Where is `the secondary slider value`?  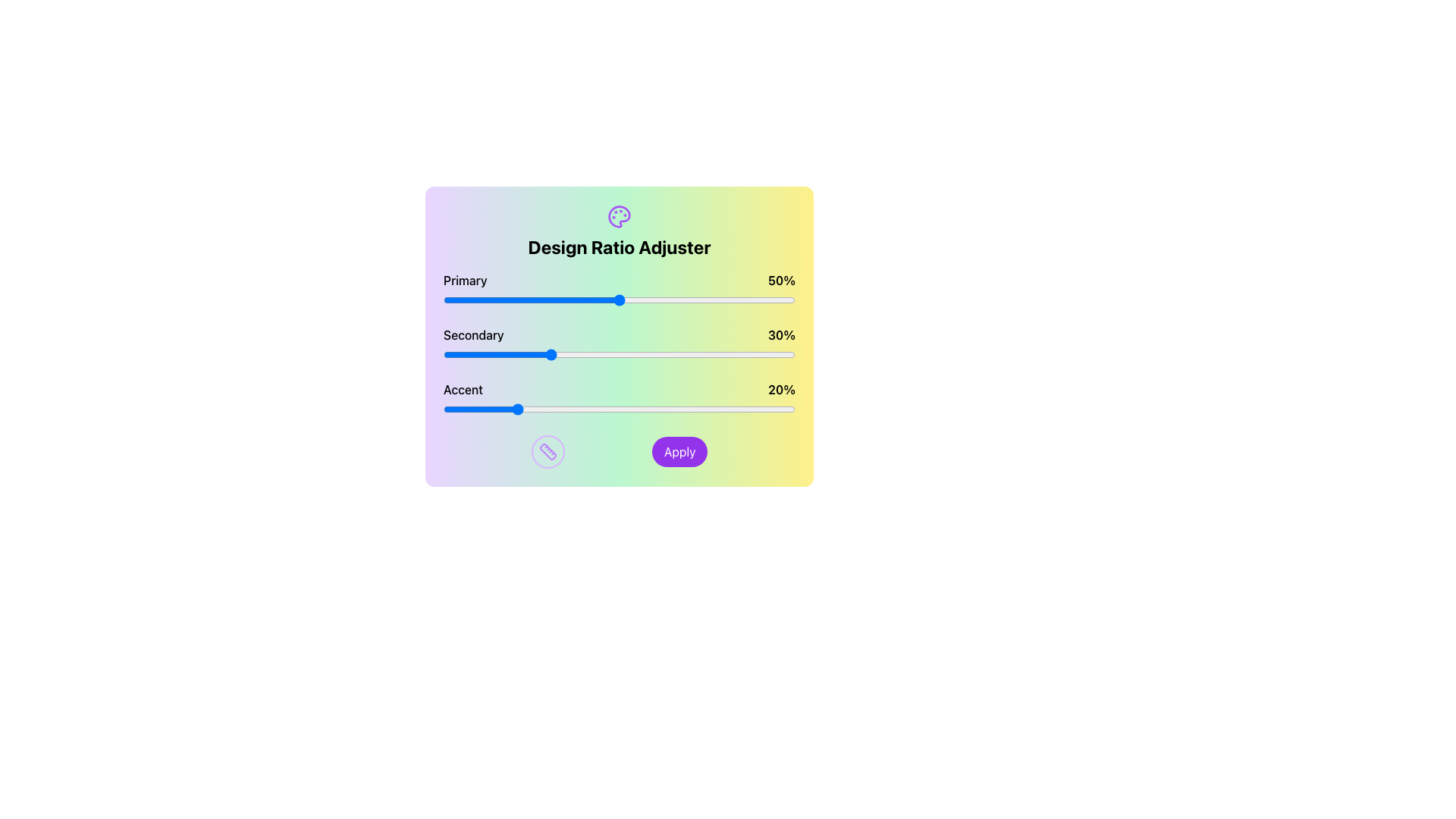
the secondary slider value is located at coordinates (463, 354).